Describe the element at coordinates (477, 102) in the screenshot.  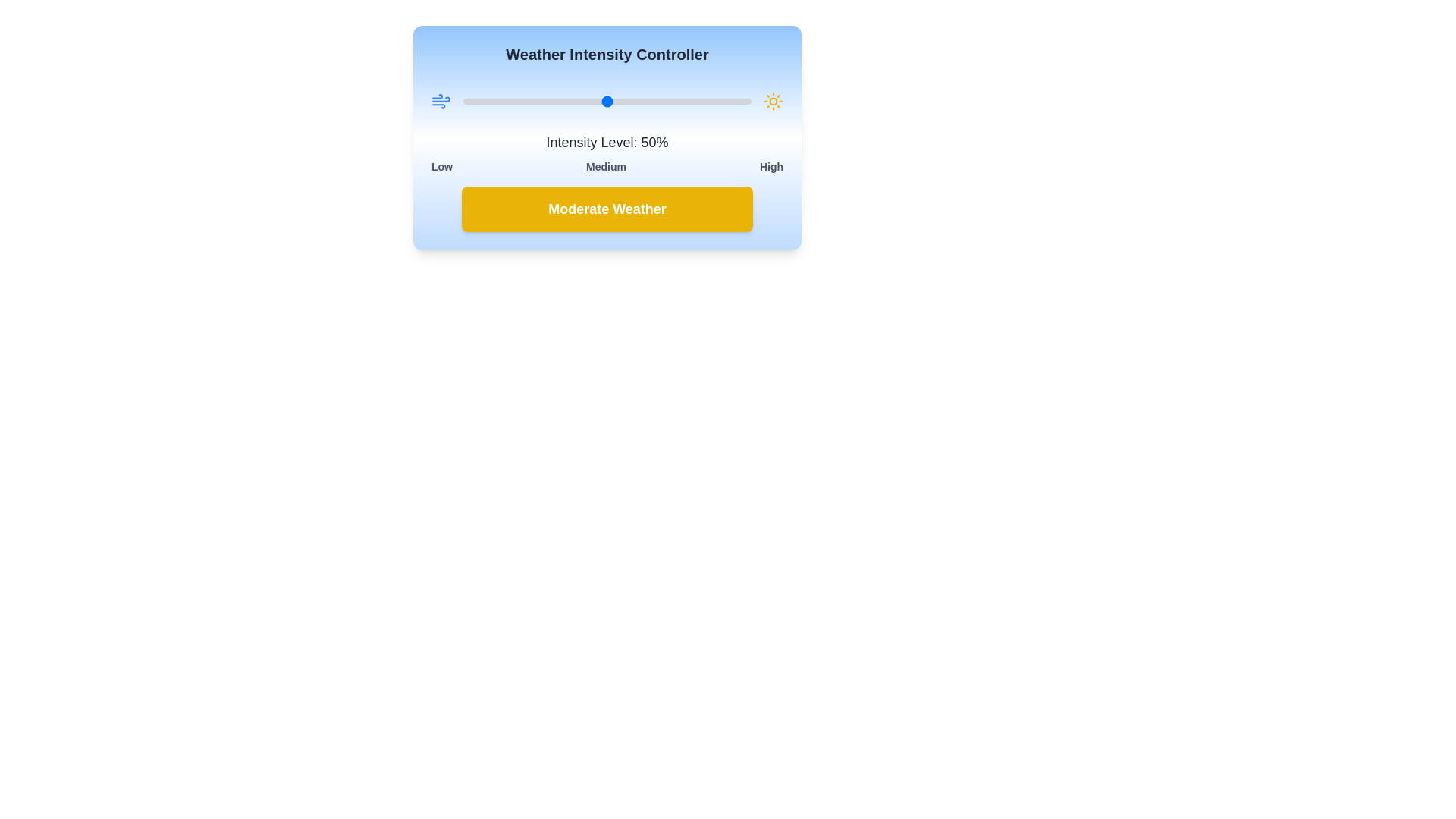
I see `the slider to set the weather intensity to 5%` at that location.